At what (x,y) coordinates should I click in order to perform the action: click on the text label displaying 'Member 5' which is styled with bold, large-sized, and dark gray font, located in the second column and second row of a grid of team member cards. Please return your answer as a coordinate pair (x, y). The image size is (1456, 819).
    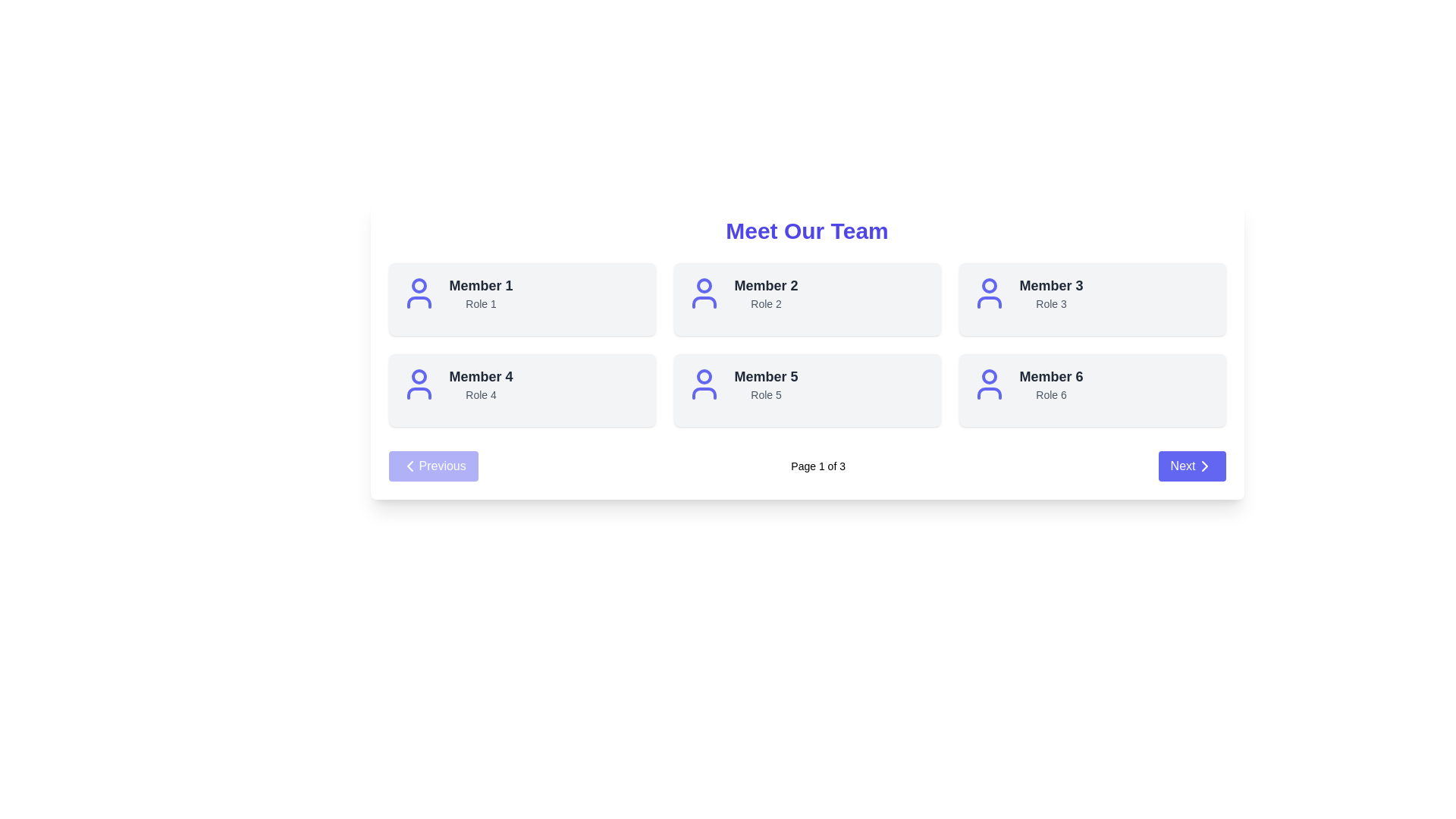
    Looking at the image, I should click on (766, 376).